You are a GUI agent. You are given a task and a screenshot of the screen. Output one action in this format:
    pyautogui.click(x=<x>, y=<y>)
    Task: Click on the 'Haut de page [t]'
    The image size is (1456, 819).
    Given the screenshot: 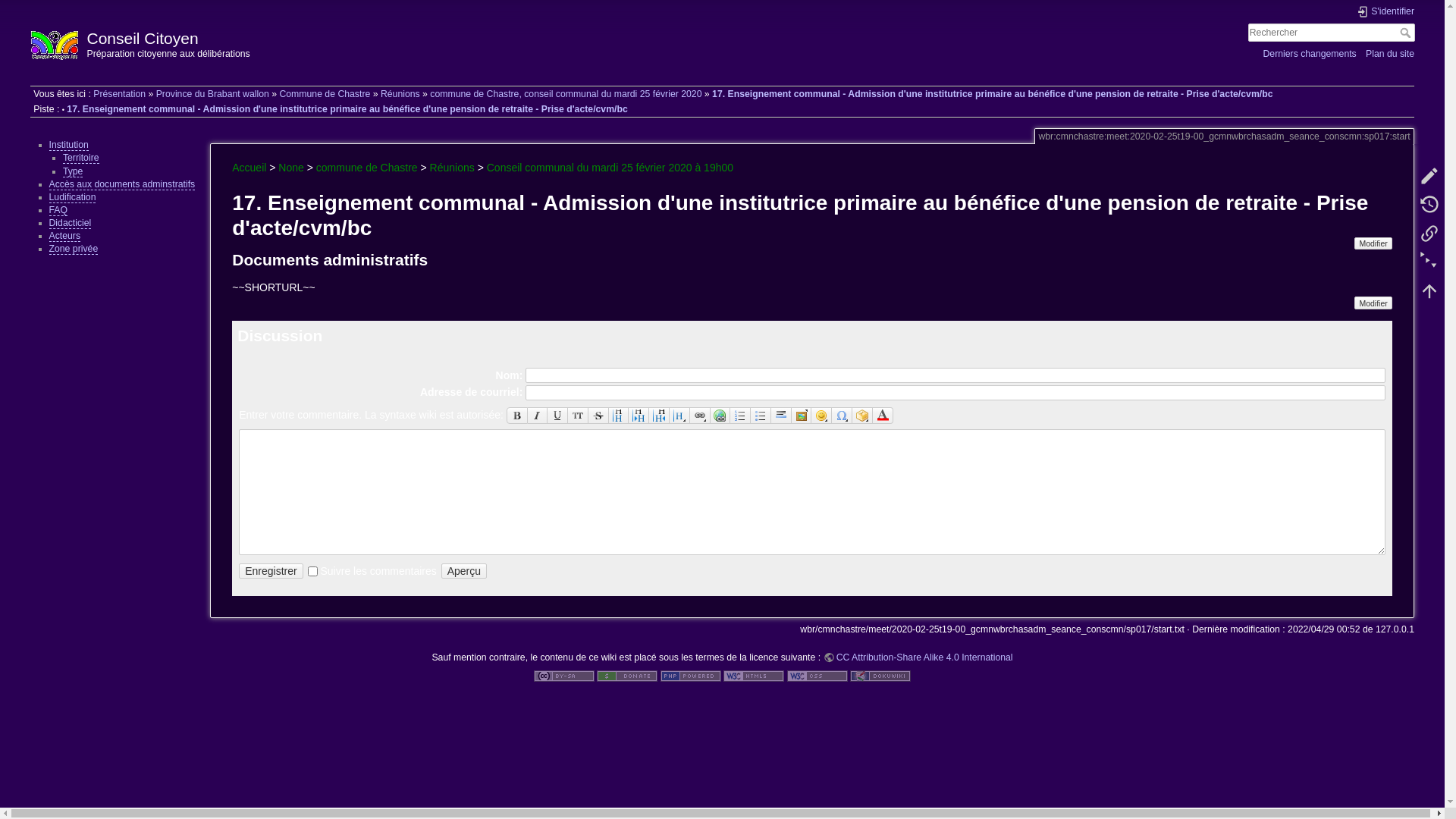 What is the action you would take?
    pyautogui.click(x=1429, y=290)
    